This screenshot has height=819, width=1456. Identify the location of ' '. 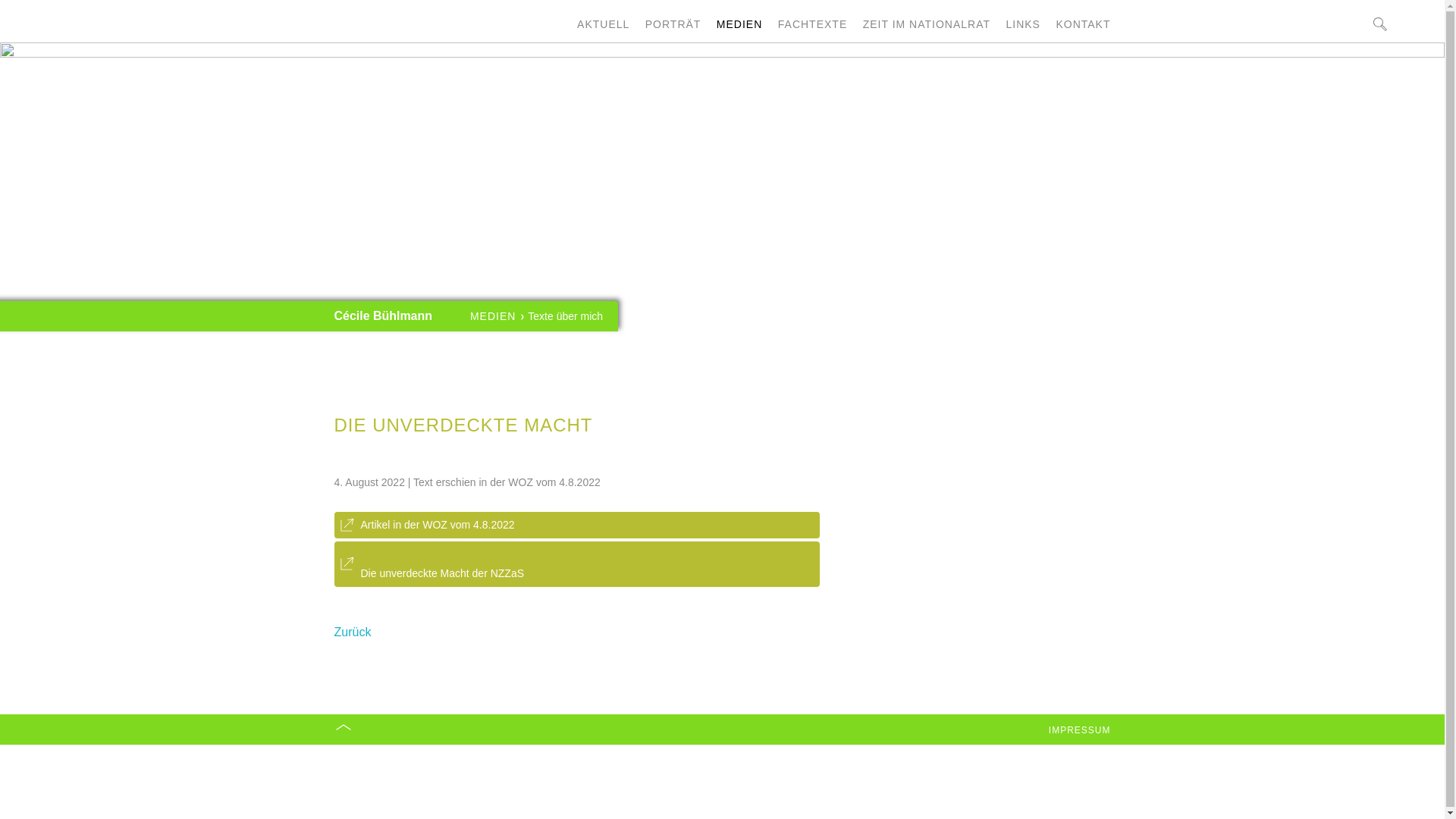
(58, 42).